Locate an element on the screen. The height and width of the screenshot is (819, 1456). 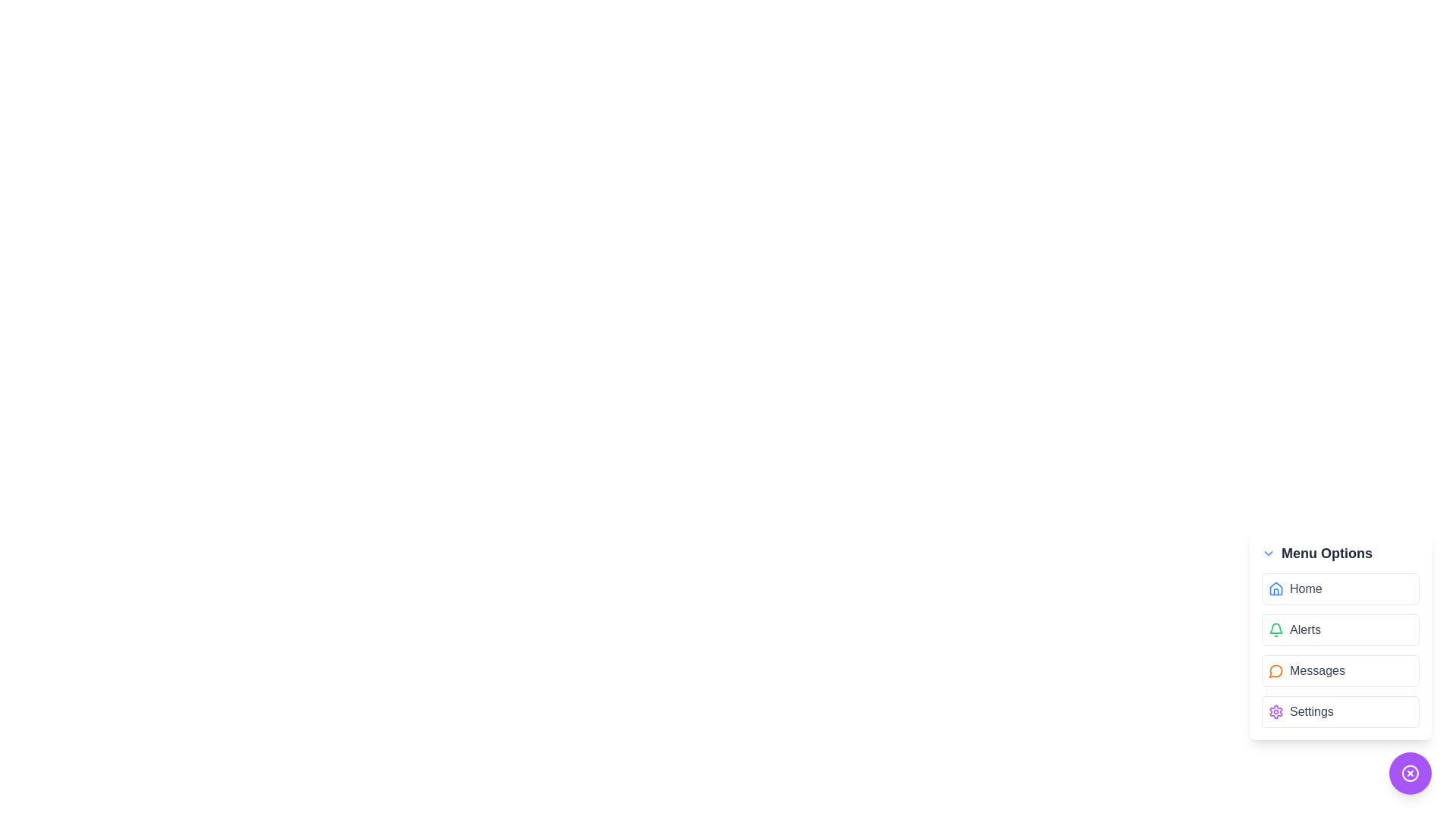
the bell icon located beside the 'Alerts' text option in the right sidebar of the UI is located at coordinates (1276, 628).